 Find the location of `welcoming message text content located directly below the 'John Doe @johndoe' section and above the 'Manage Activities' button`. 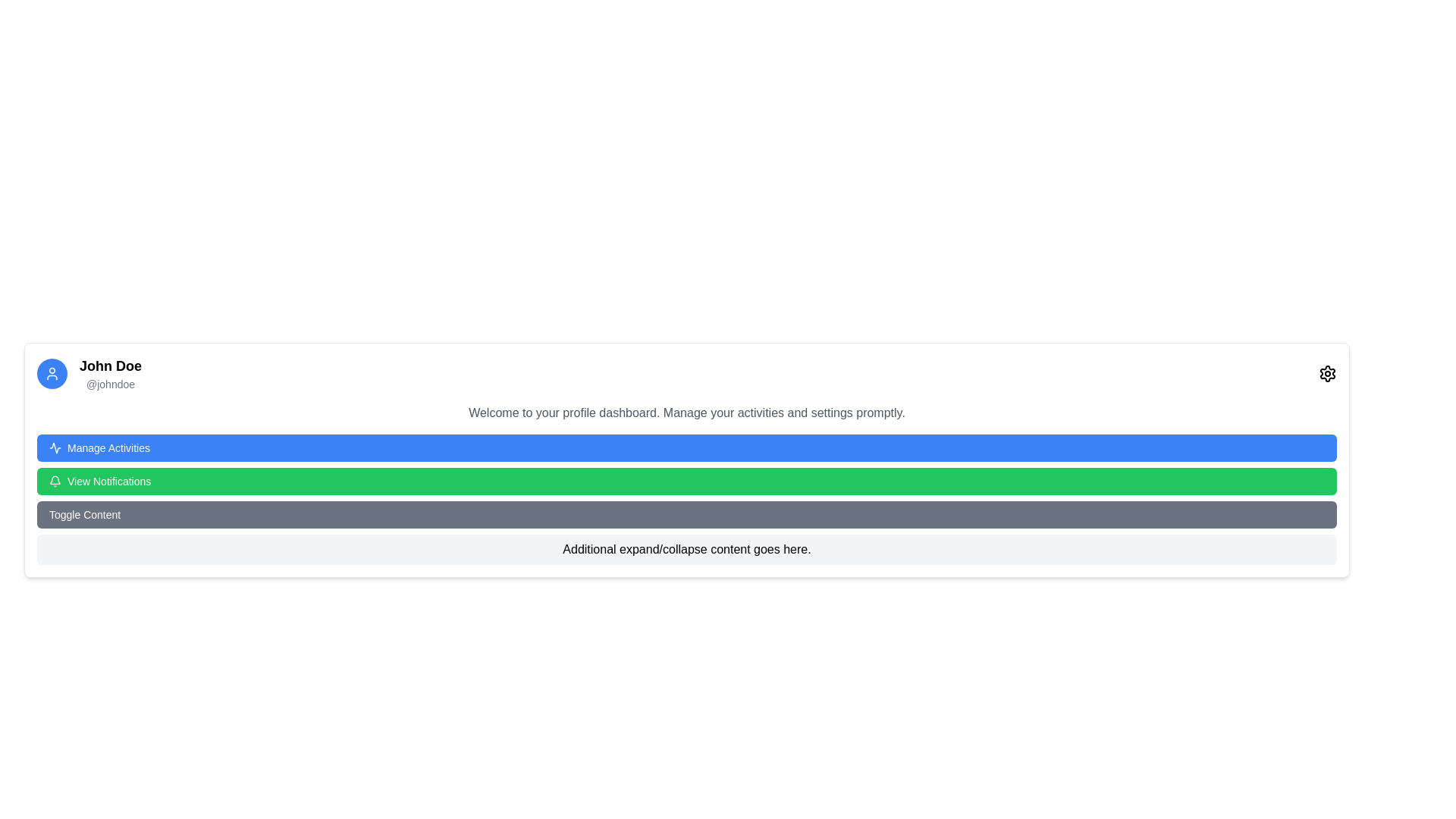

welcoming message text content located directly below the 'John Doe @johndoe' section and above the 'Manage Activities' button is located at coordinates (686, 413).